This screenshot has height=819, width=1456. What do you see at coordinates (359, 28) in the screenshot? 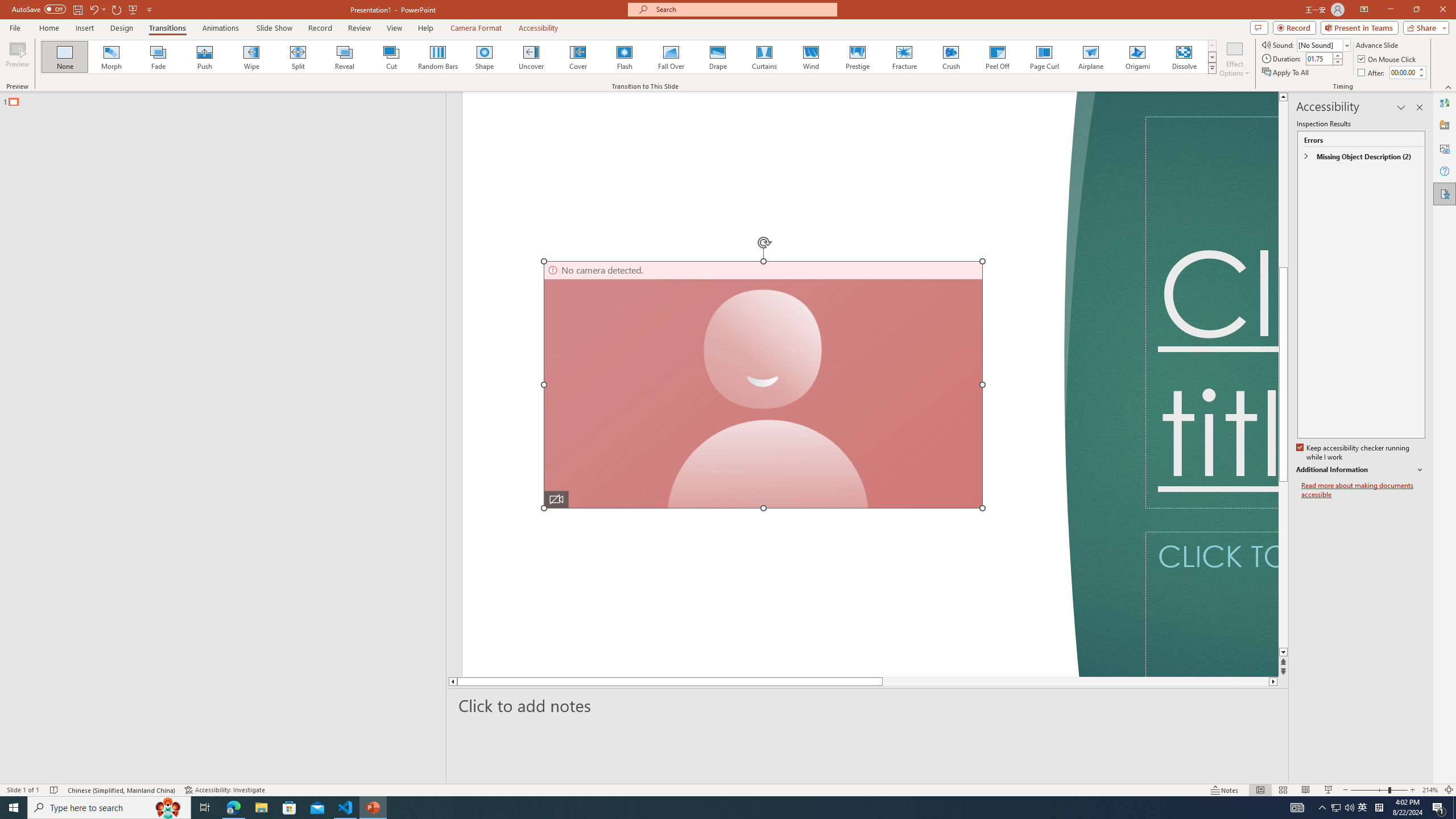
I see `'Review'` at bounding box center [359, 28].